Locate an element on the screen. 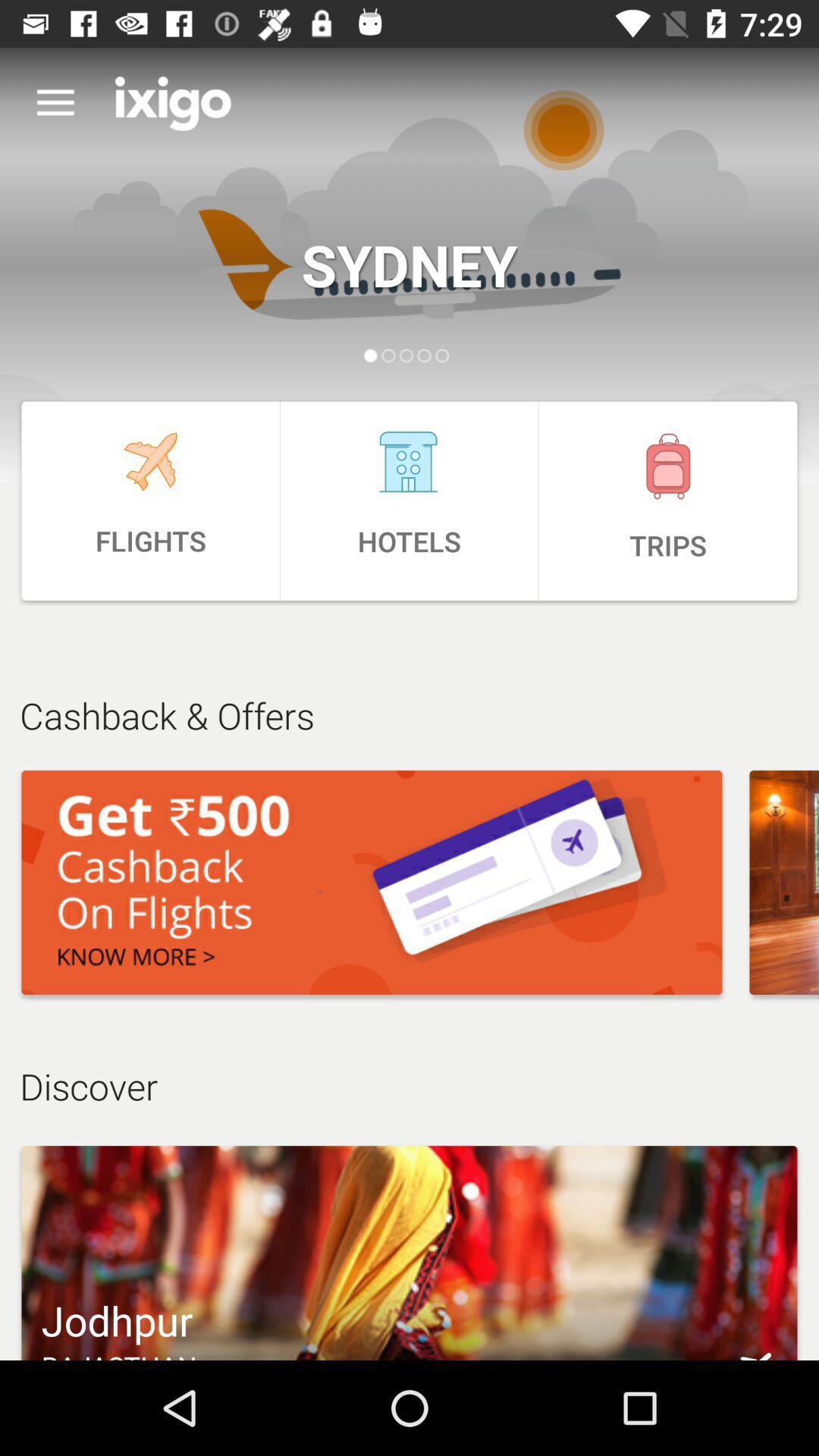 This screenshot has width=819, height=1456. the hotels icon is located at coordinates (409, 500).